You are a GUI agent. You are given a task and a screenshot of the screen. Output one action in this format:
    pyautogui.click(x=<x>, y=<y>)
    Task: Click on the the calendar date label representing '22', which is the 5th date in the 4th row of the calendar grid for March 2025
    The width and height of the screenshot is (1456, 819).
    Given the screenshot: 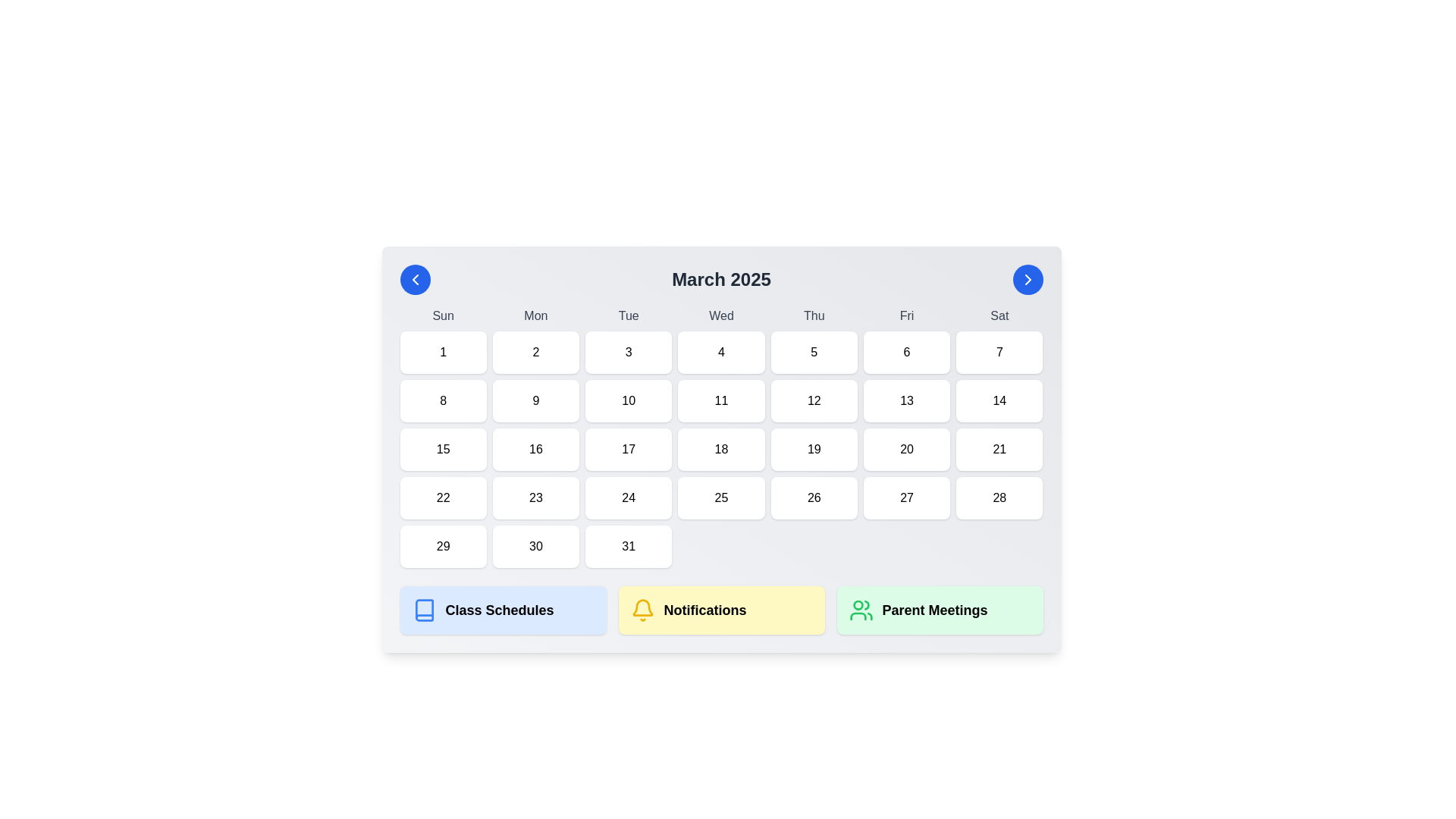 What is the action you would take?
    pyautogui.click(x=442, y=497)
    